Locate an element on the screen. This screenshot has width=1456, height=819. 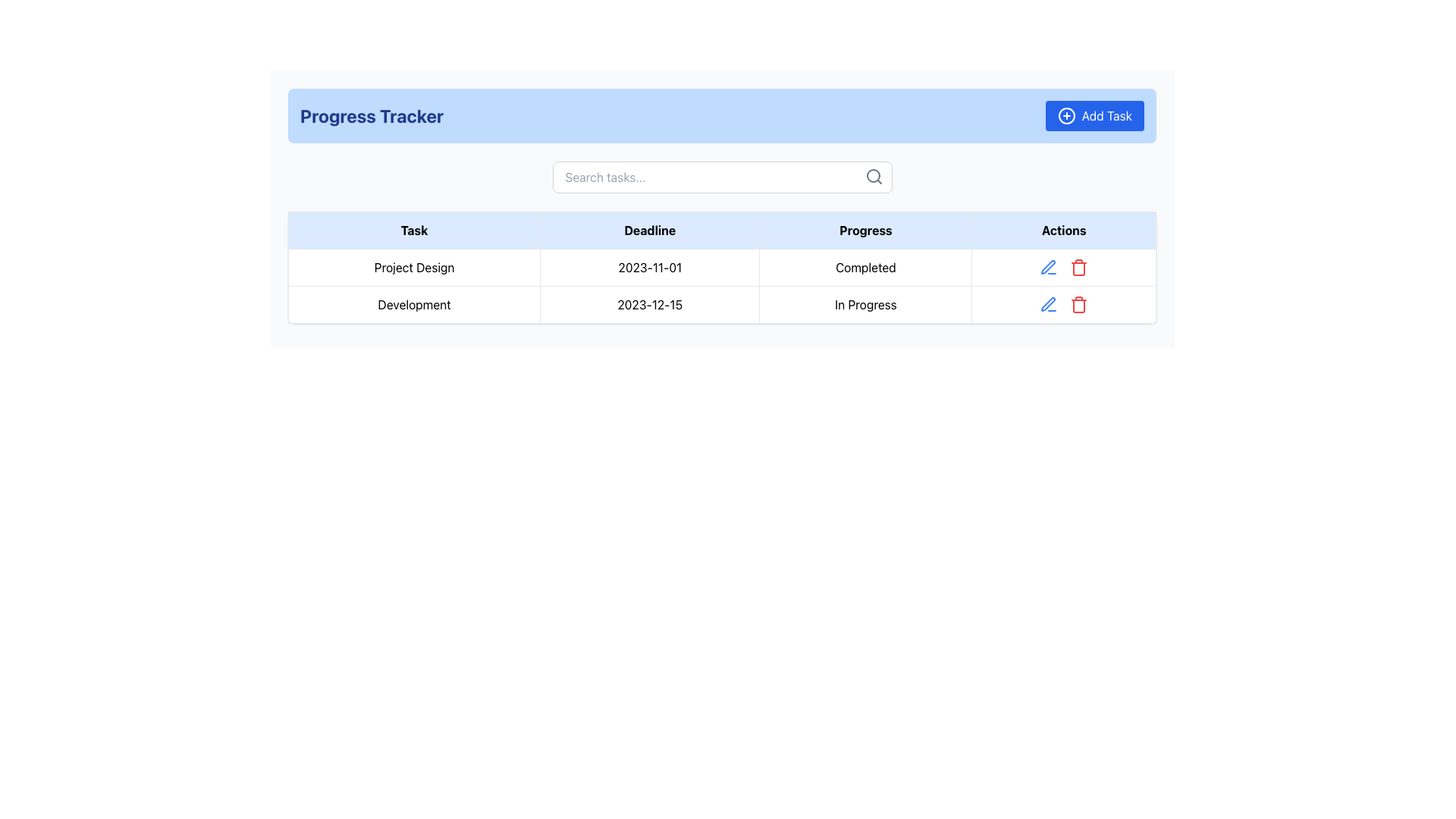
the search icon, which is a magnifying glass located to the right of the 'Search tasks...' input field, to initiate a search is located at coordinates (874, 175).